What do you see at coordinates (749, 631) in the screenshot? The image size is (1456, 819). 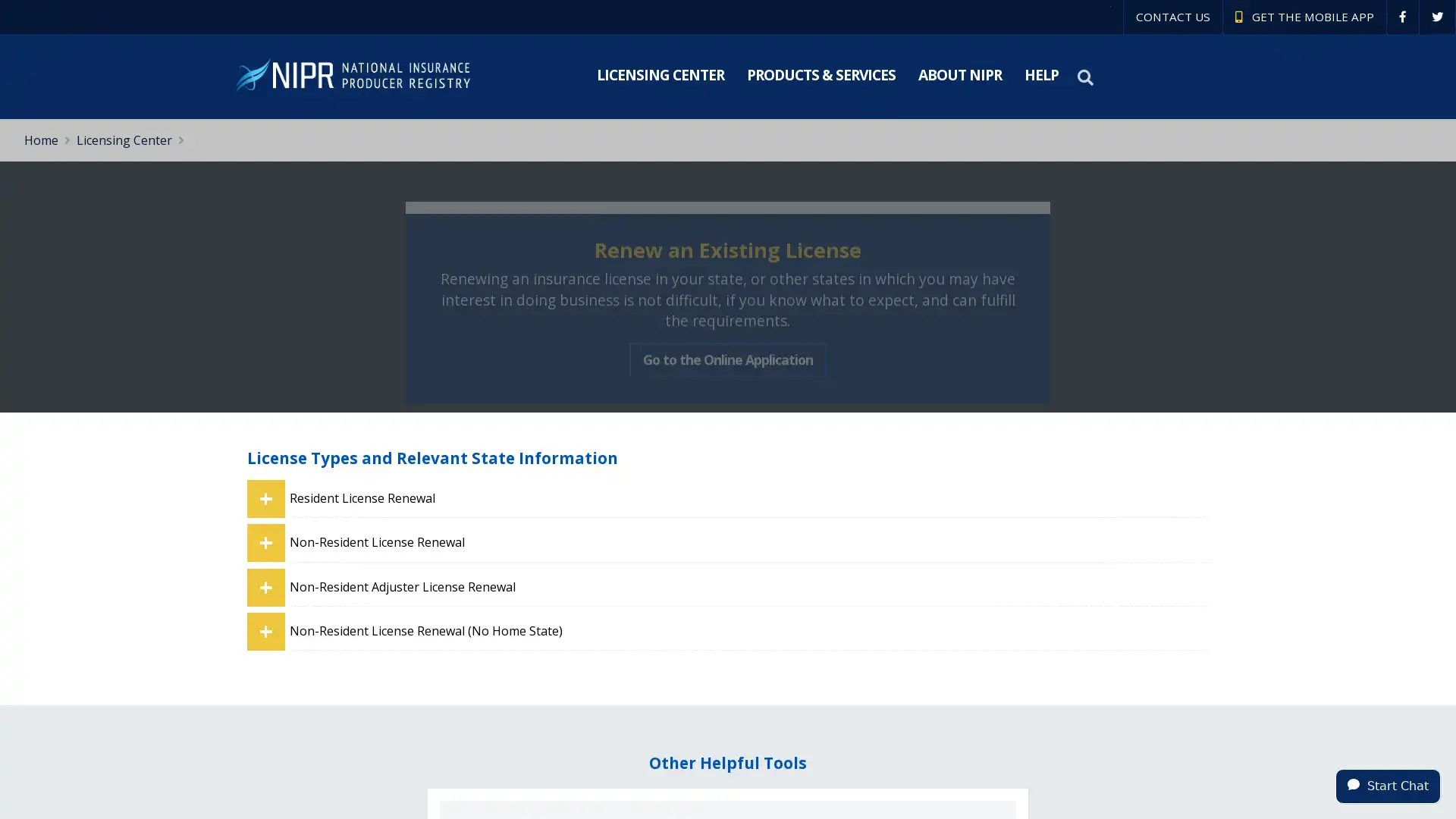 I see `Non-Resident License Renewal (No Home State)` at bounding box center [749, 631].